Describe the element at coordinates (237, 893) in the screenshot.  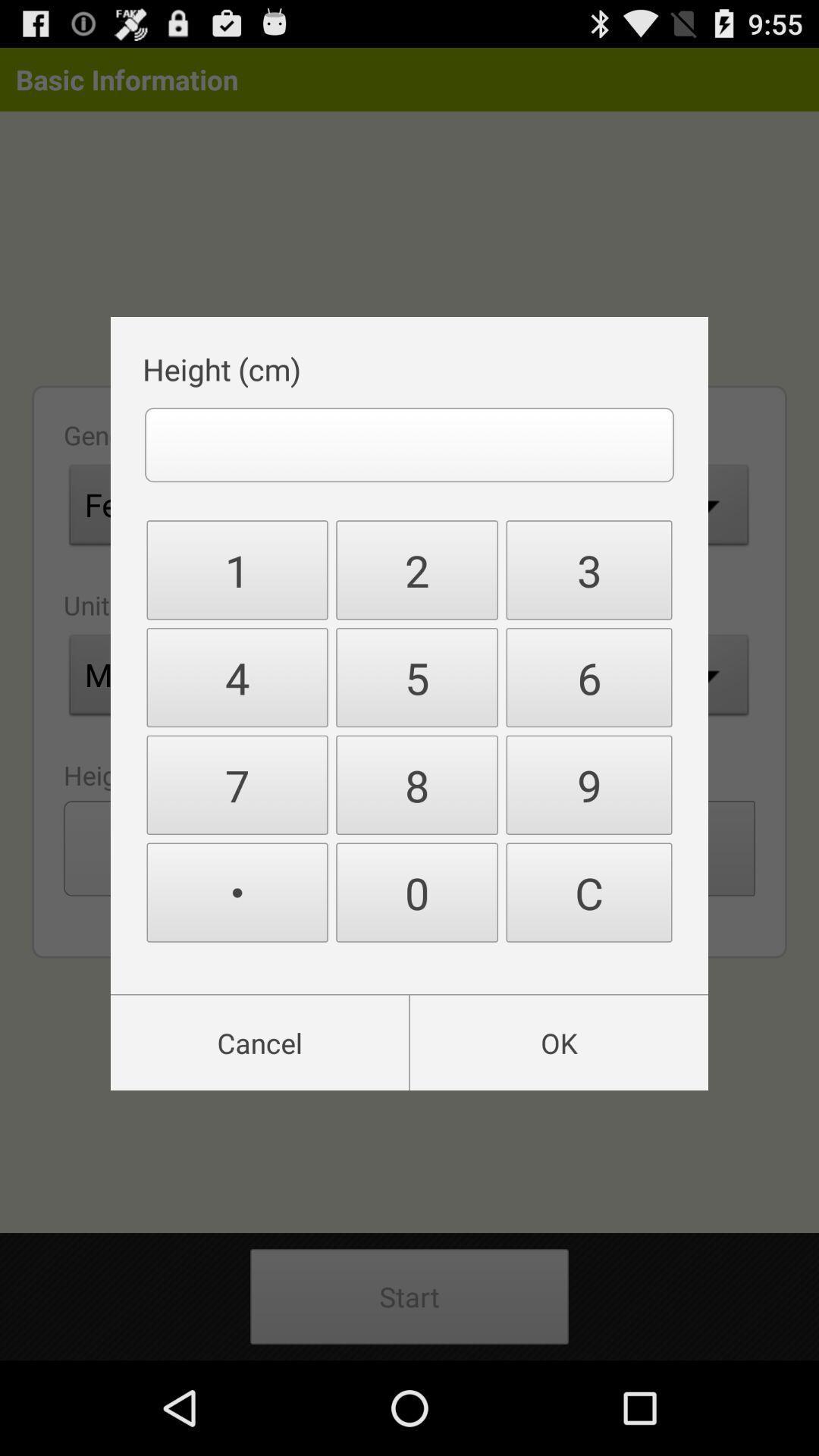
I see `item below the 7 item` at that location.